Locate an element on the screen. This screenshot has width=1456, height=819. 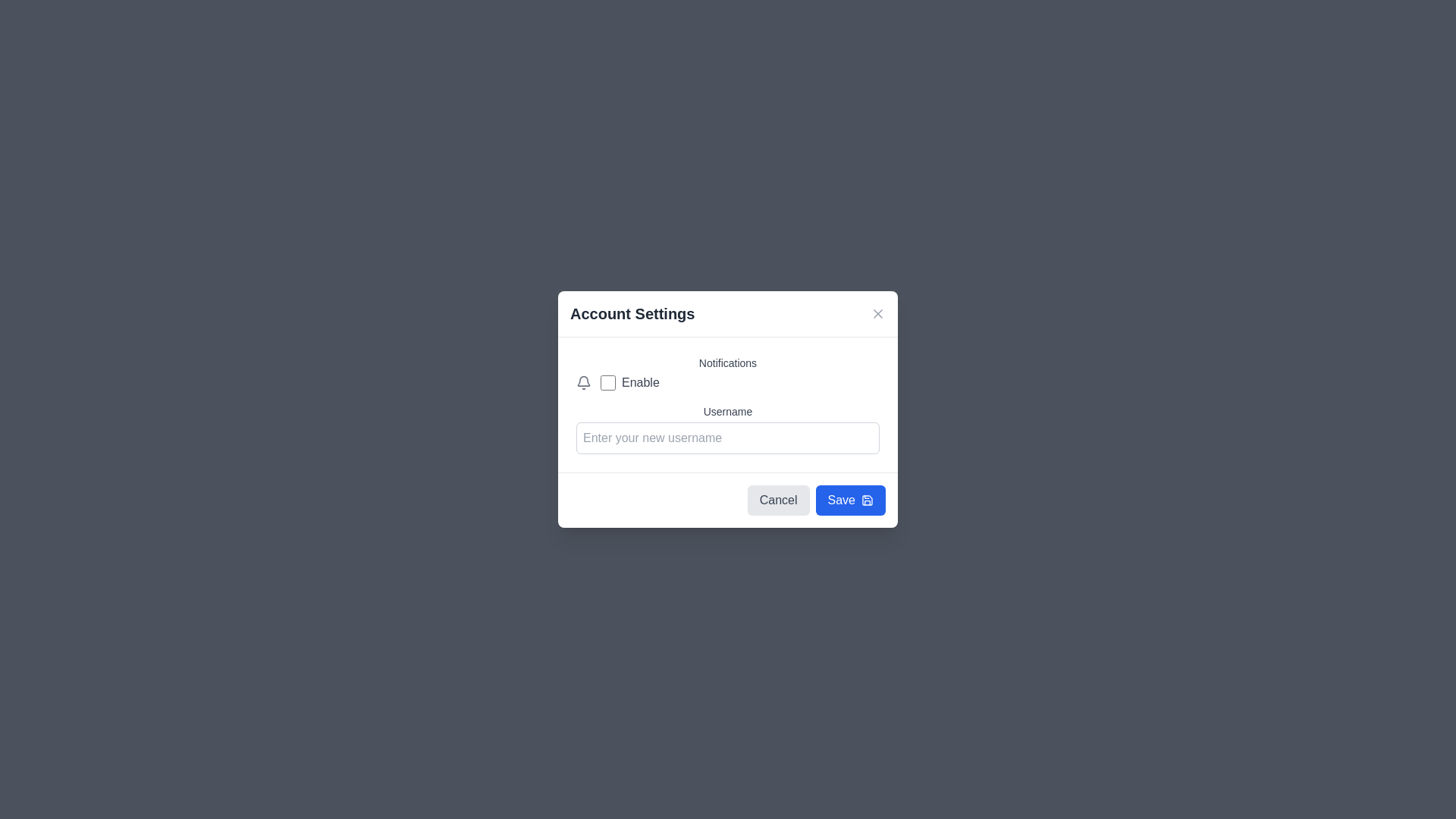
the SVG graphical element shaped like a bell, which serves as a notification indicator, located at the given center coordinates is located at coordinates (582, 380).